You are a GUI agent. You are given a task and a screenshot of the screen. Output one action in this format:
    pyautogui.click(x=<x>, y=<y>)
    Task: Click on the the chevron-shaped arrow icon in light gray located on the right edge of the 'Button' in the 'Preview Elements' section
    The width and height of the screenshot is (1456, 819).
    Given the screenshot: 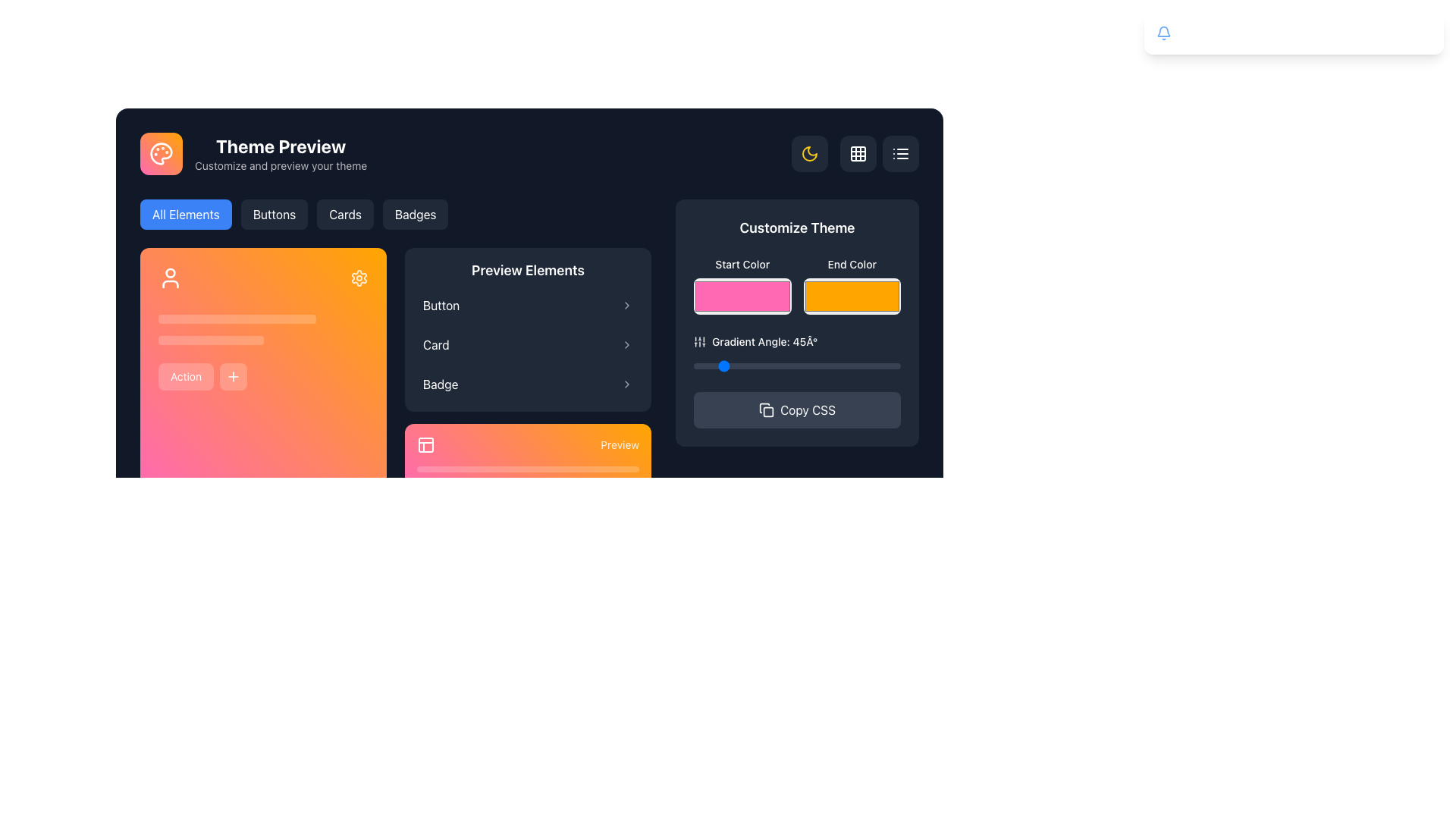 What is the action you would take?
    pyautogui.click(x=626, y=305)
    